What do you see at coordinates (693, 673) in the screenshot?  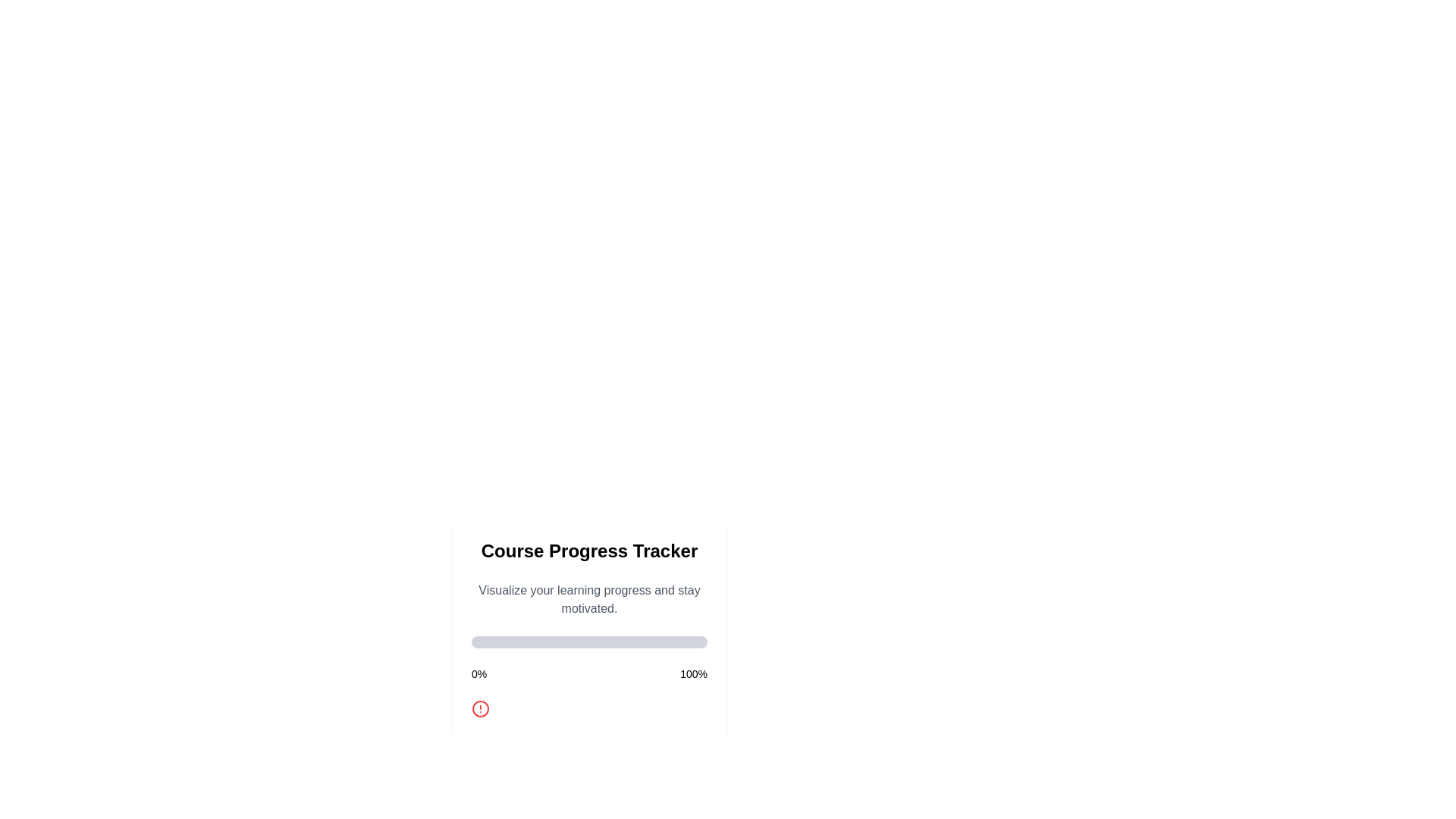 I see `the Static Label indicating the completion point of the progress bar, which is aligned to the right of the sibling element displaying '0%'` at bounding box center [693, 673].